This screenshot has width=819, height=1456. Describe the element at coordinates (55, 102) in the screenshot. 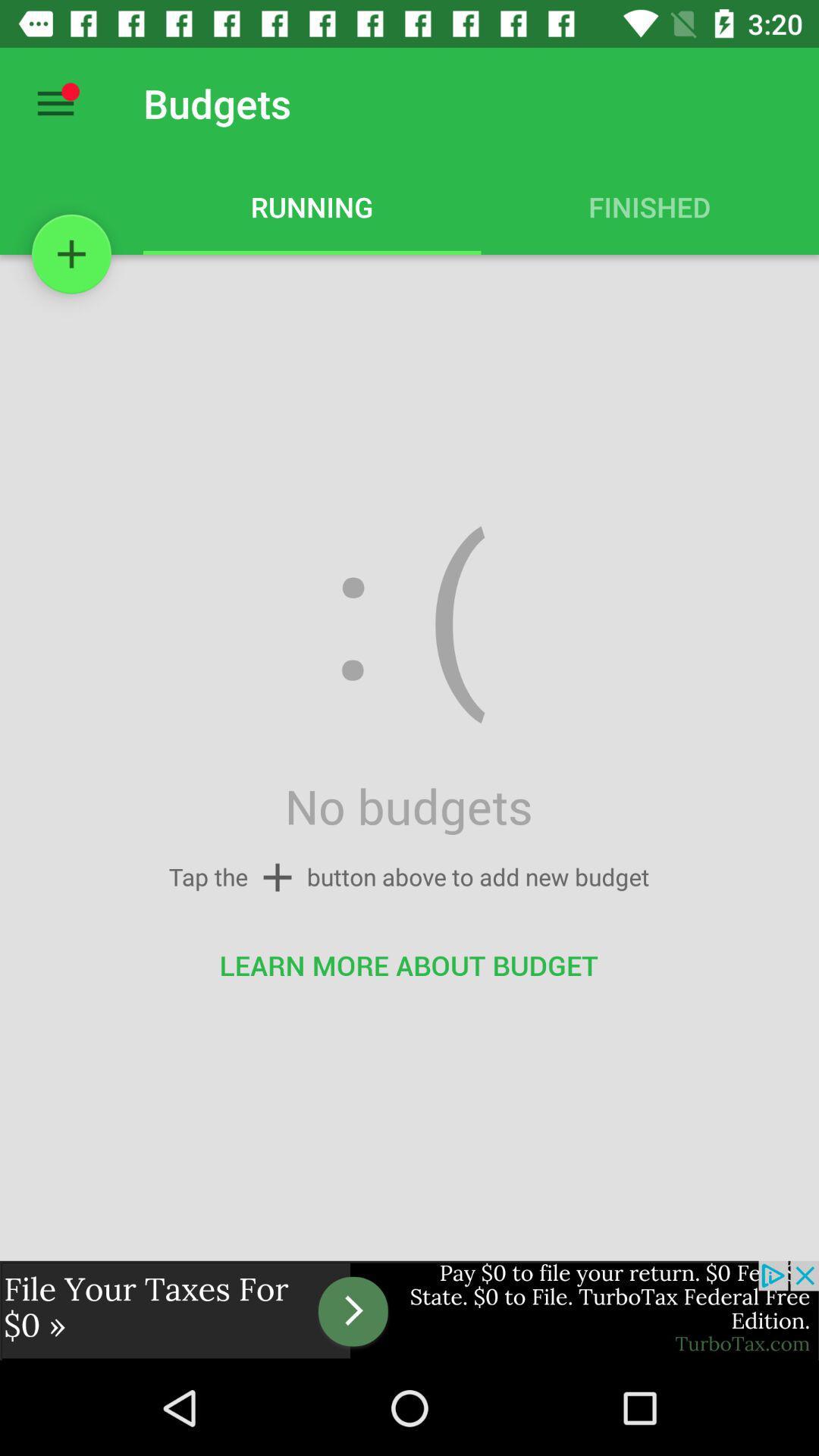

I see `open menu` at that location.